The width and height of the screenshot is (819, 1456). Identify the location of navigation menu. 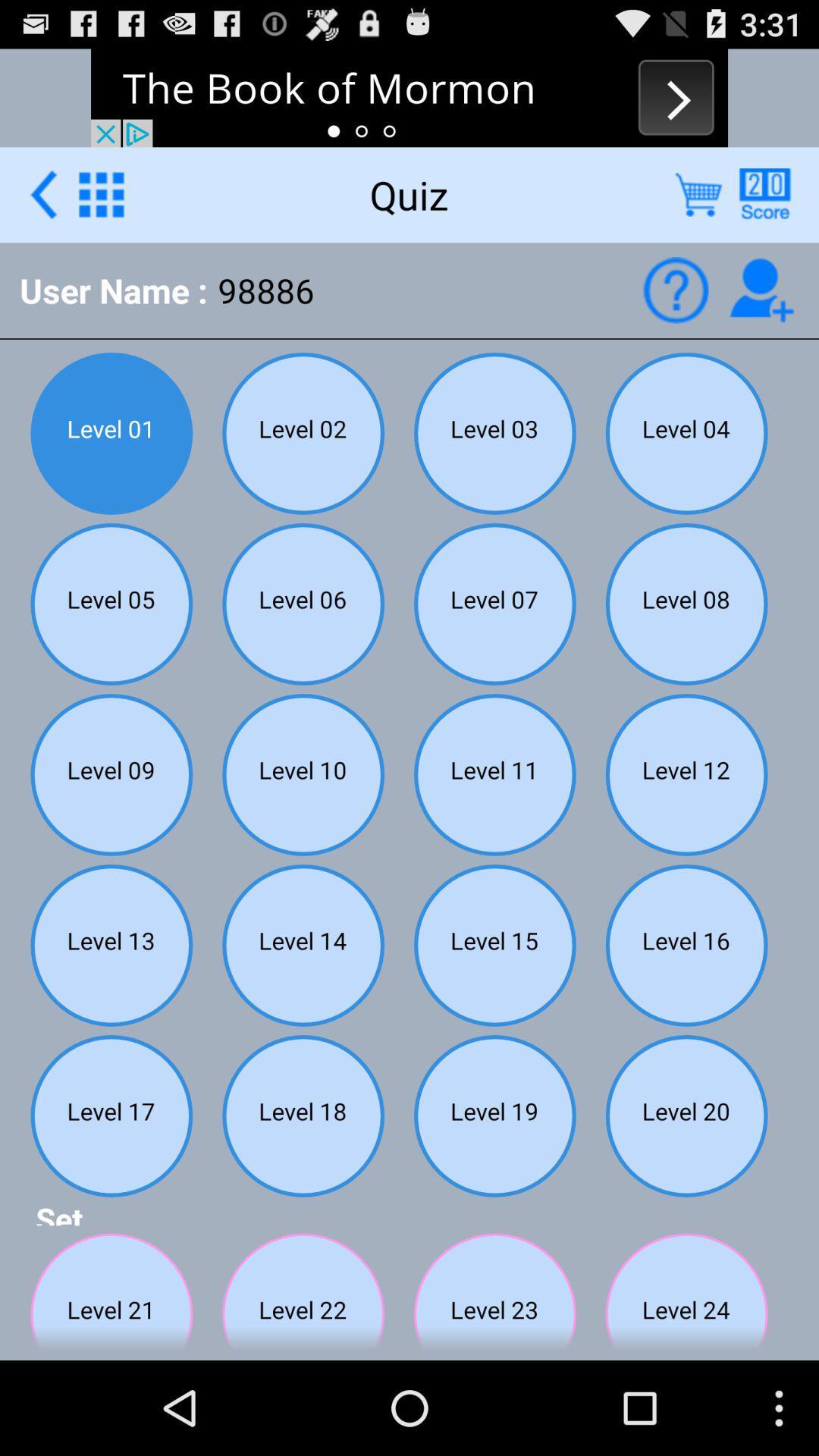
(101, 193).